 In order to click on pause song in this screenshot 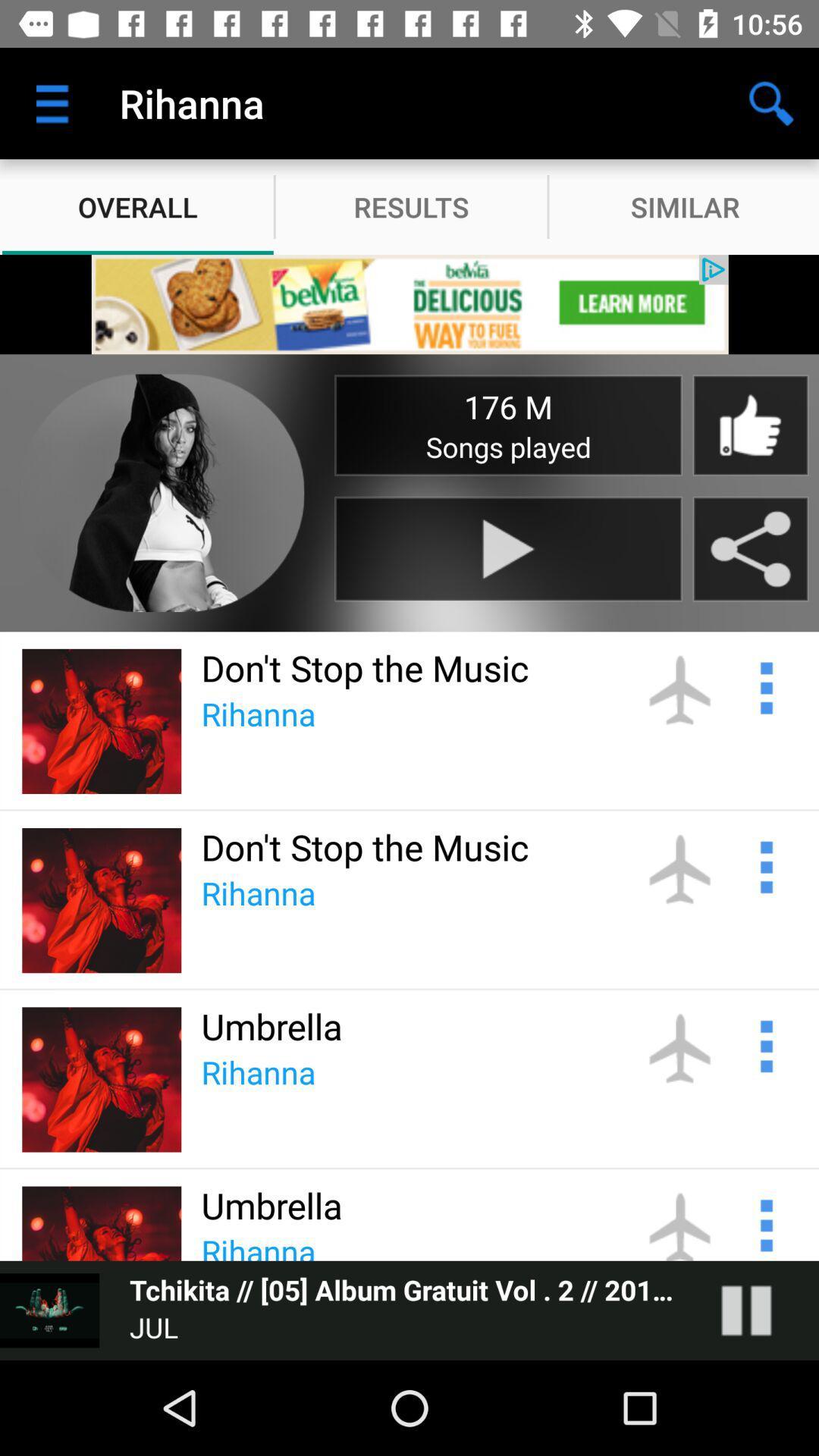, I will do `click(761, 1310)`.